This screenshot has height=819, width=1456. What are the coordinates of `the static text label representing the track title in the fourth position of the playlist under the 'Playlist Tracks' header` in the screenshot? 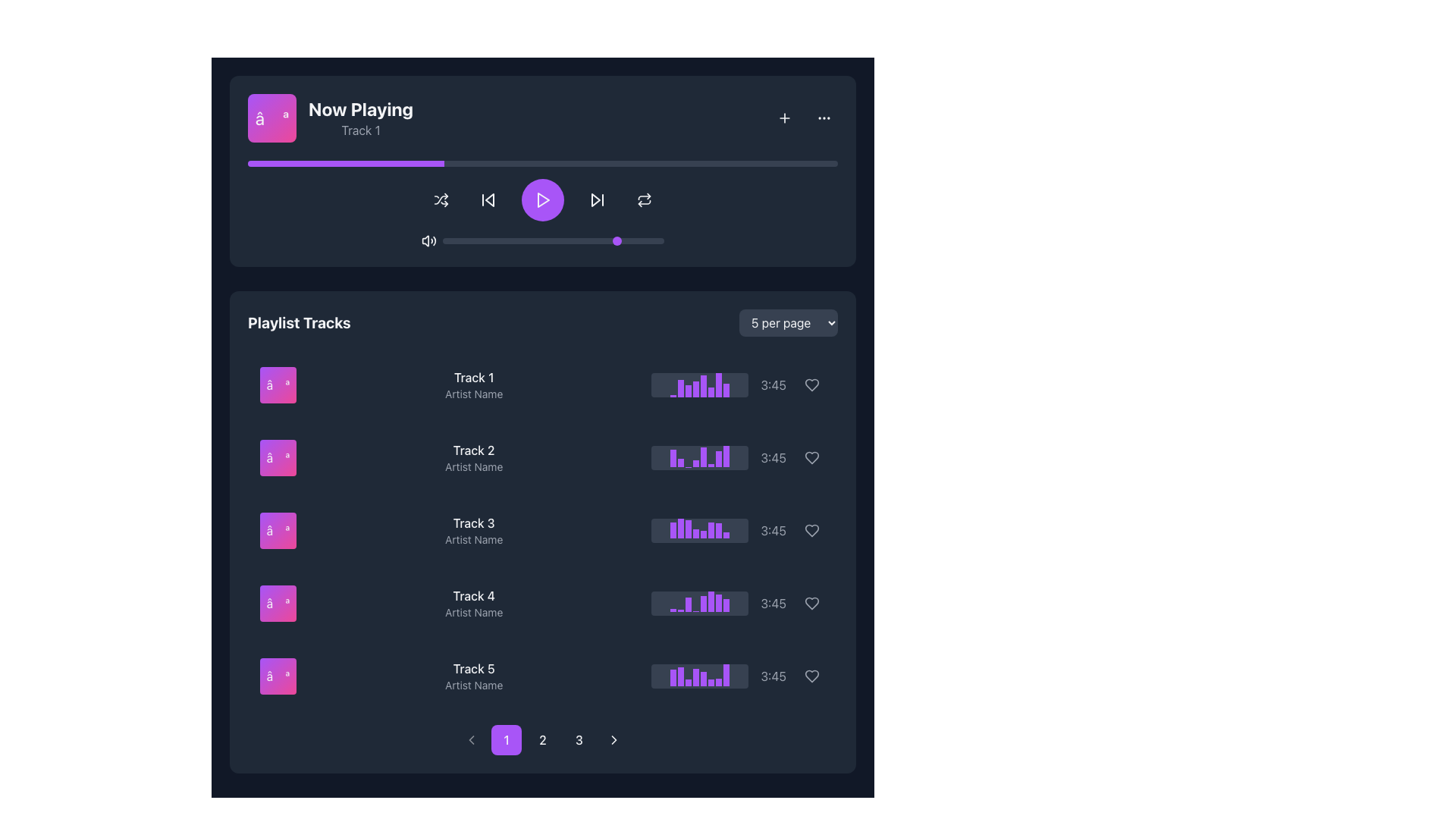 It's located at (473, 595).